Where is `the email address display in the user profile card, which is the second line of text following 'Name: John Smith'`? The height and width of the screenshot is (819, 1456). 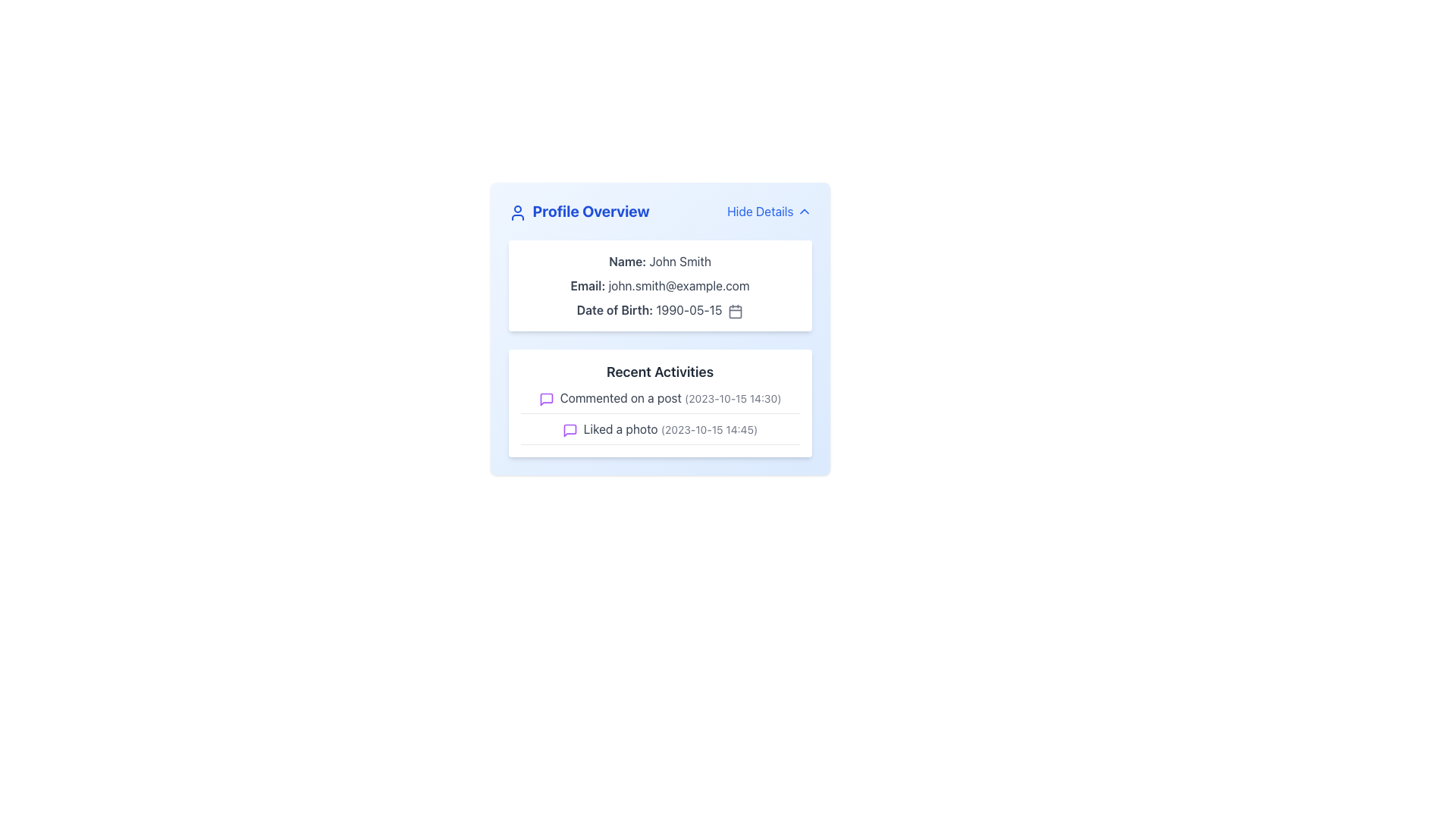 the email address display in the user profile card, which is the second line of text following 'Name: John Smith' is located at coordinates (660, 286).